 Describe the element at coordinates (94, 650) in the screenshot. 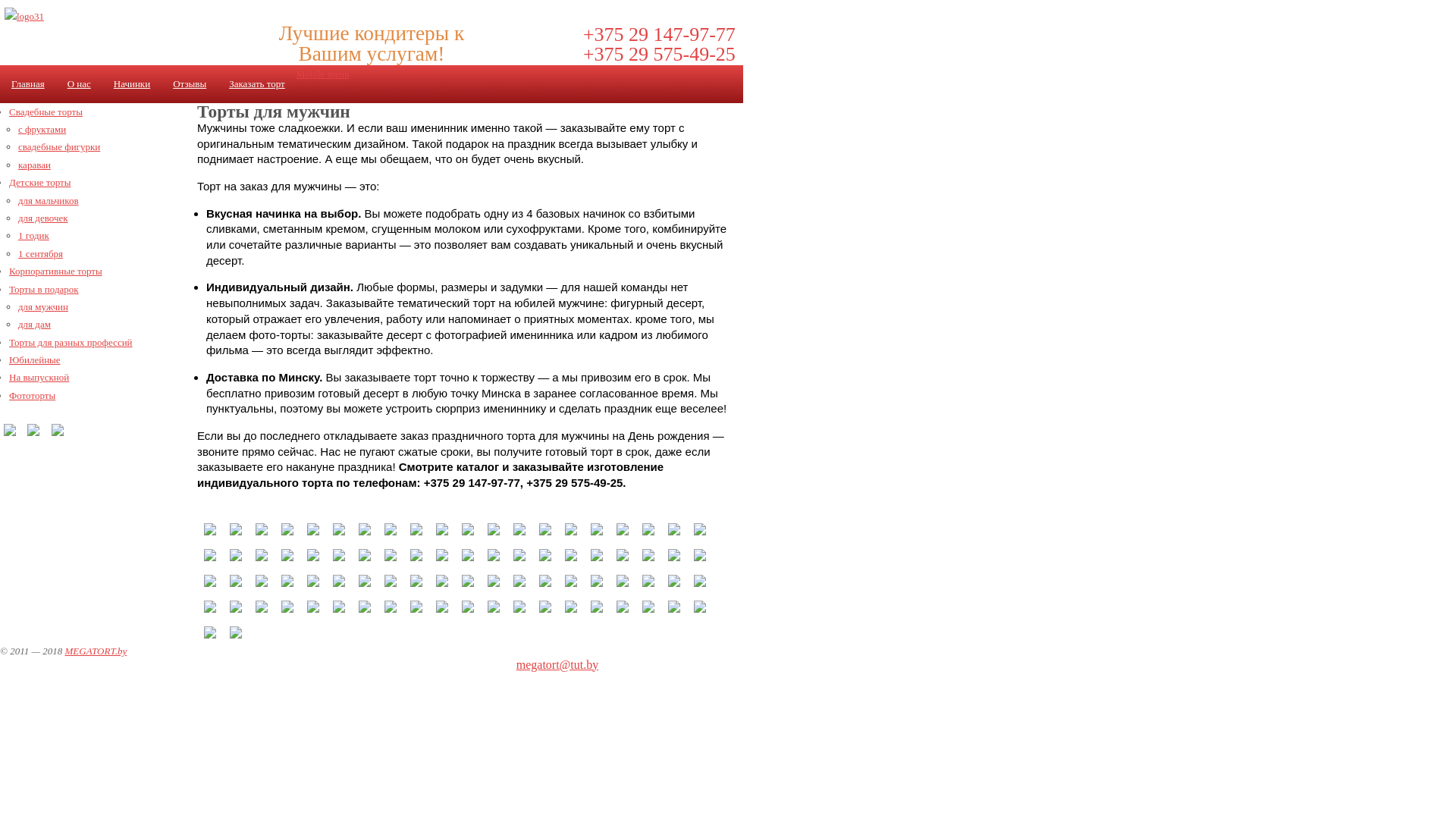

I see `'MEGATORT.by'` at that location.